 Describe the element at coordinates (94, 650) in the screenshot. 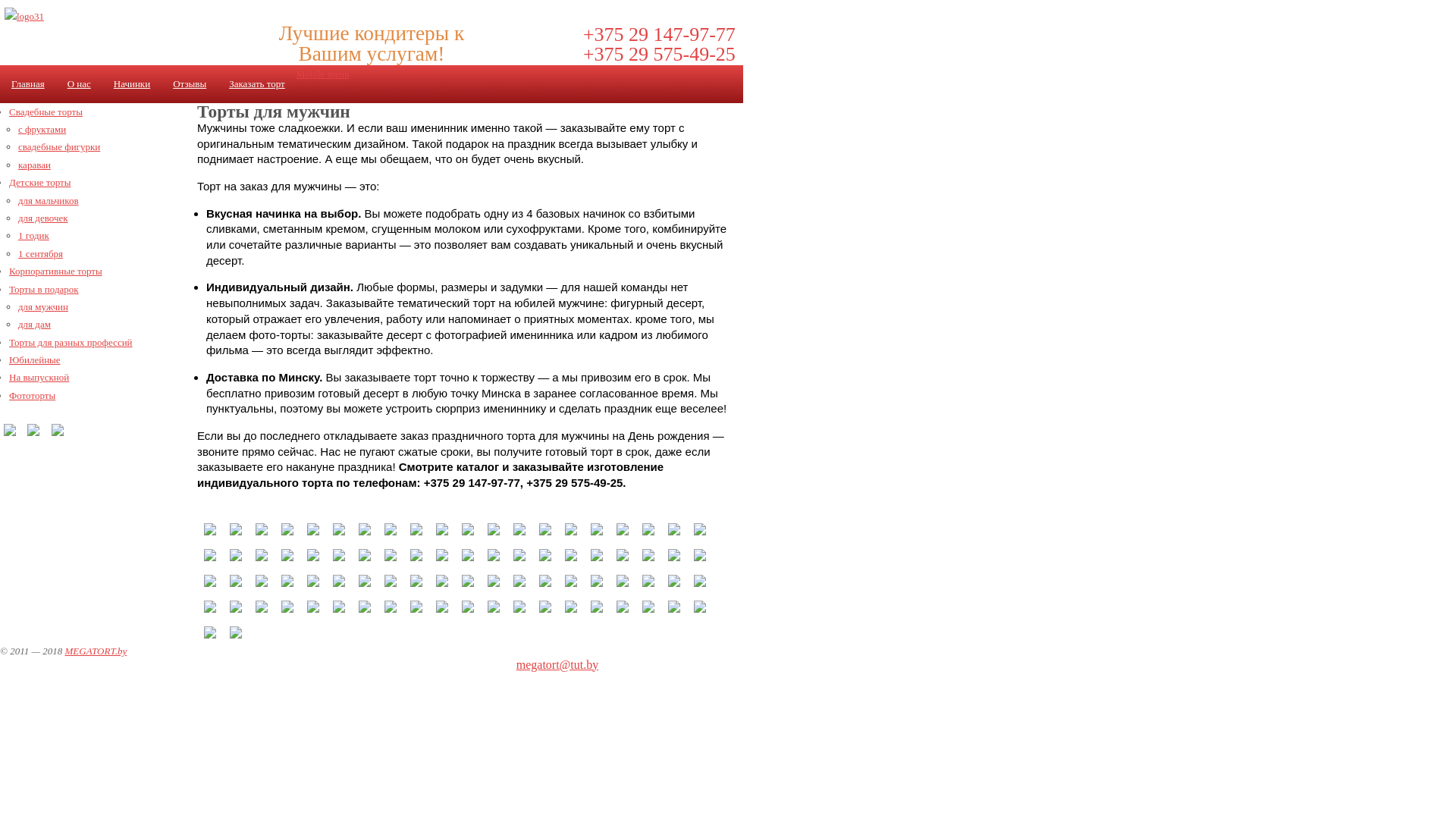

I see `'MEGATORT.by'` at that location.